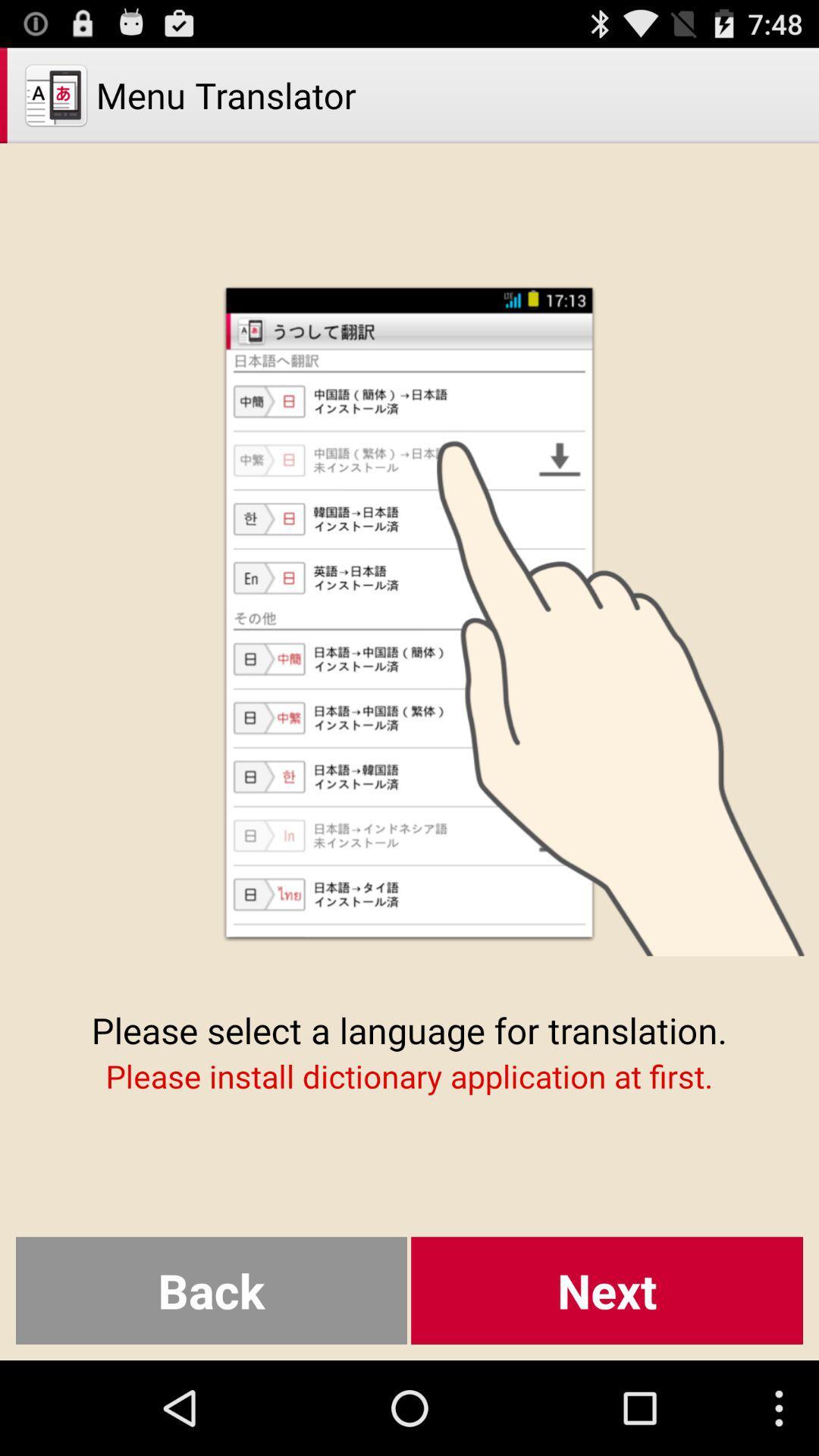 The image size is (819, 1456). Describe the element at coordinates (211, 1290) in the screenshot. I see `item at the bottom left corner` at that location.